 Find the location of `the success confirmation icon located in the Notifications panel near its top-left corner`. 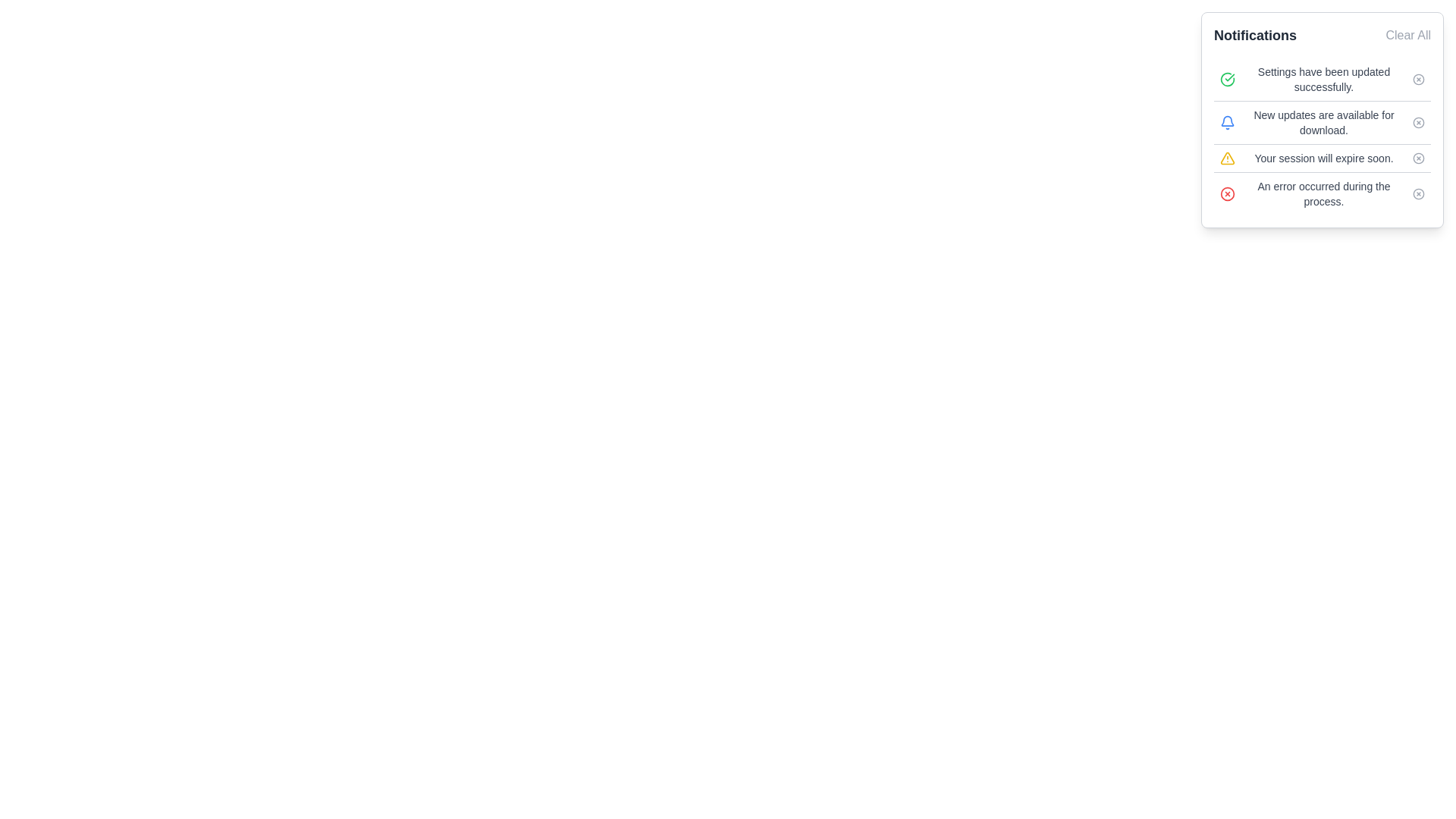

the success confirmation icon located in the Notifications panel near its top-left corner is located at coordinates (1227, 79).